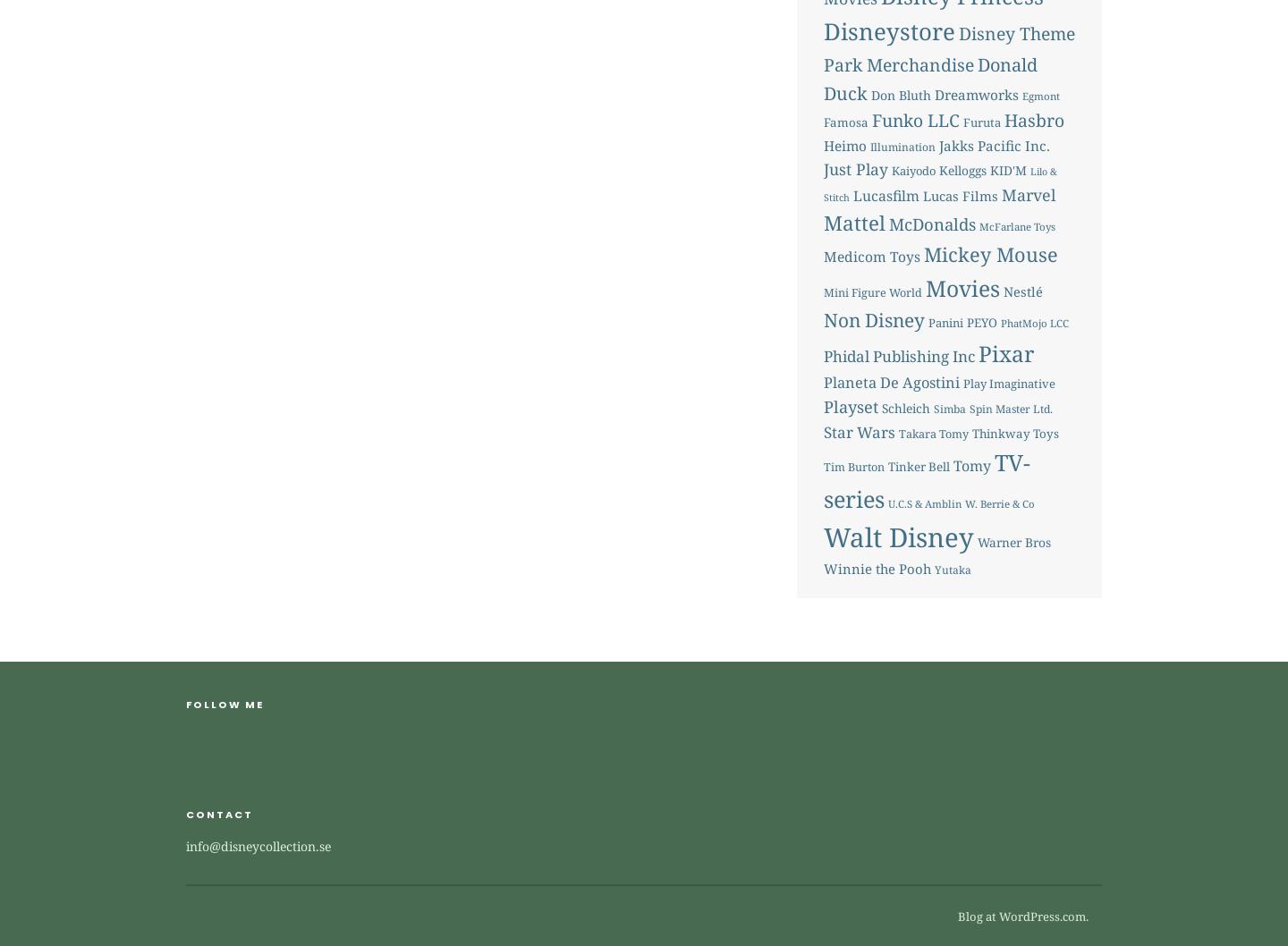 The width and height of the screenshot is (1288, 946). I want to click on 'Pixar', so click(1004, 352).